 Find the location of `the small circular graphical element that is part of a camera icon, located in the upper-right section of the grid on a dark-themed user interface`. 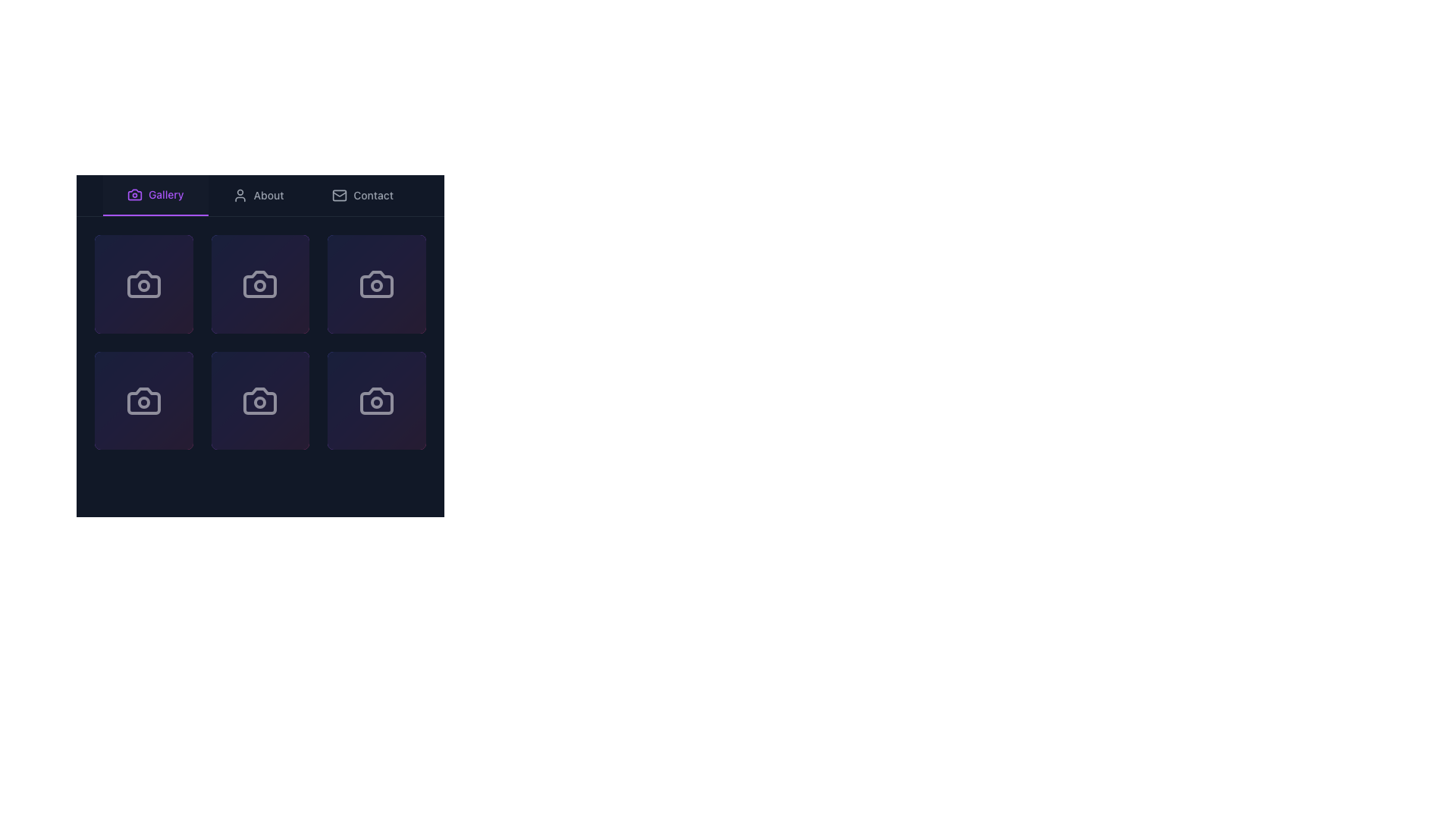

the small circular graphical element that is part of a camera icon, located in the upper-right section of the grid on a dark-themed user interface is located at coordinates (377, 285).